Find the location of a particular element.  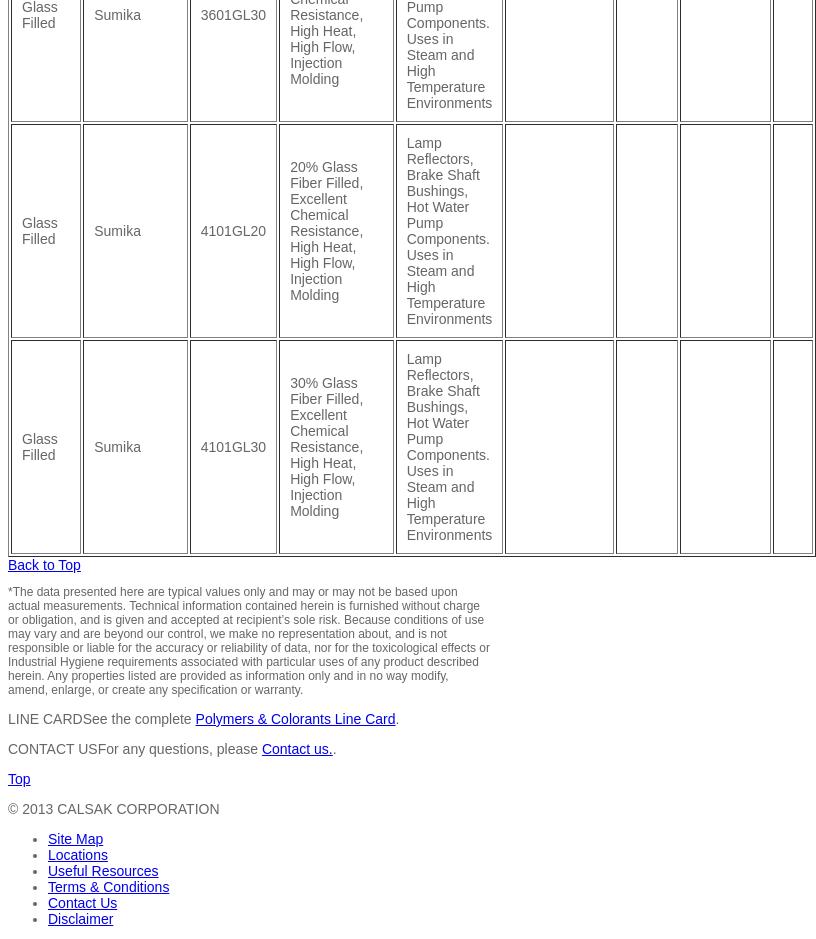

'Polymers & Colorants Line Card' is located at coordinates (293, 716).